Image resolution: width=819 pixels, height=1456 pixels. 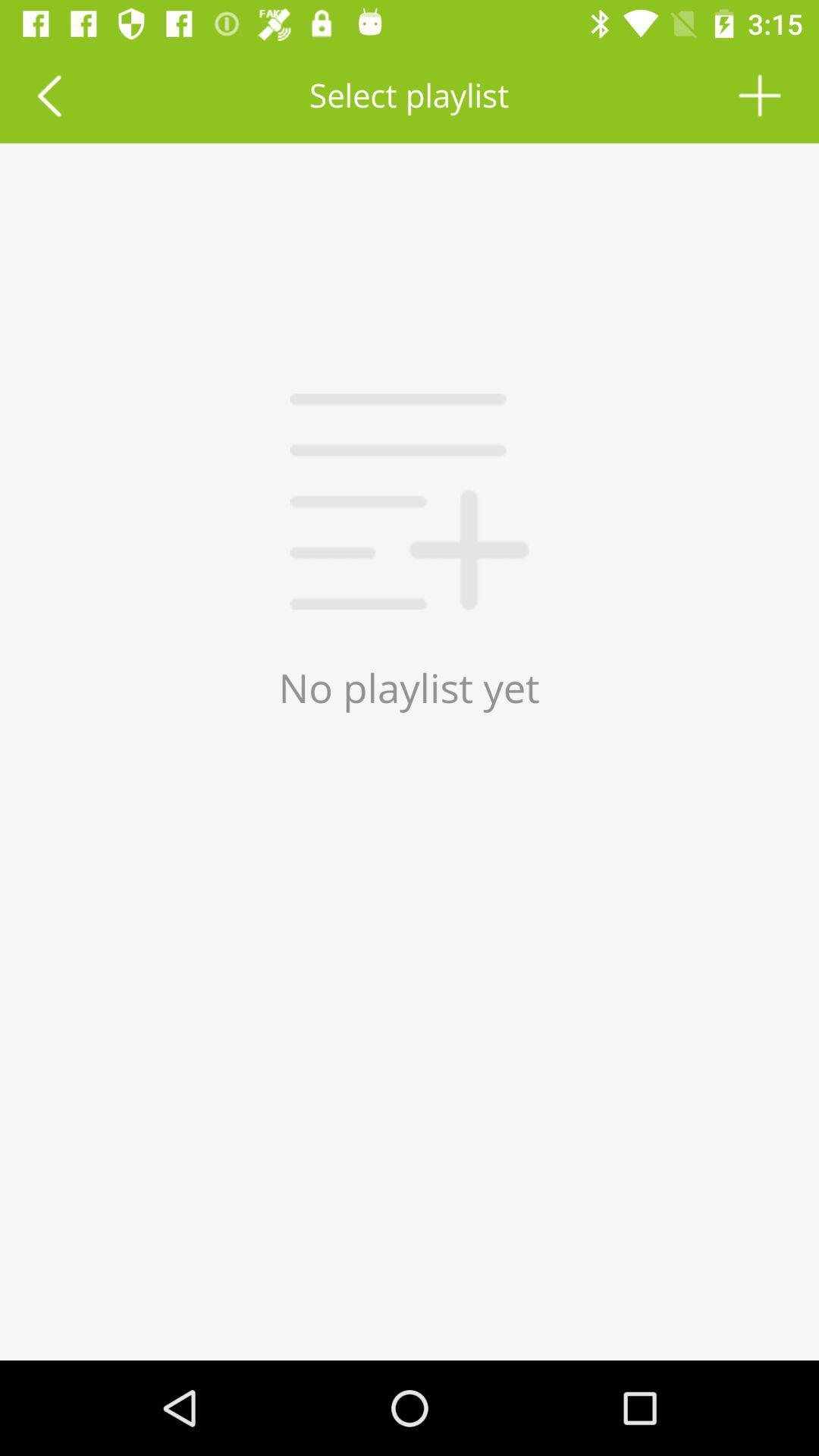 I want to click on return, so click(x=48, y=94).